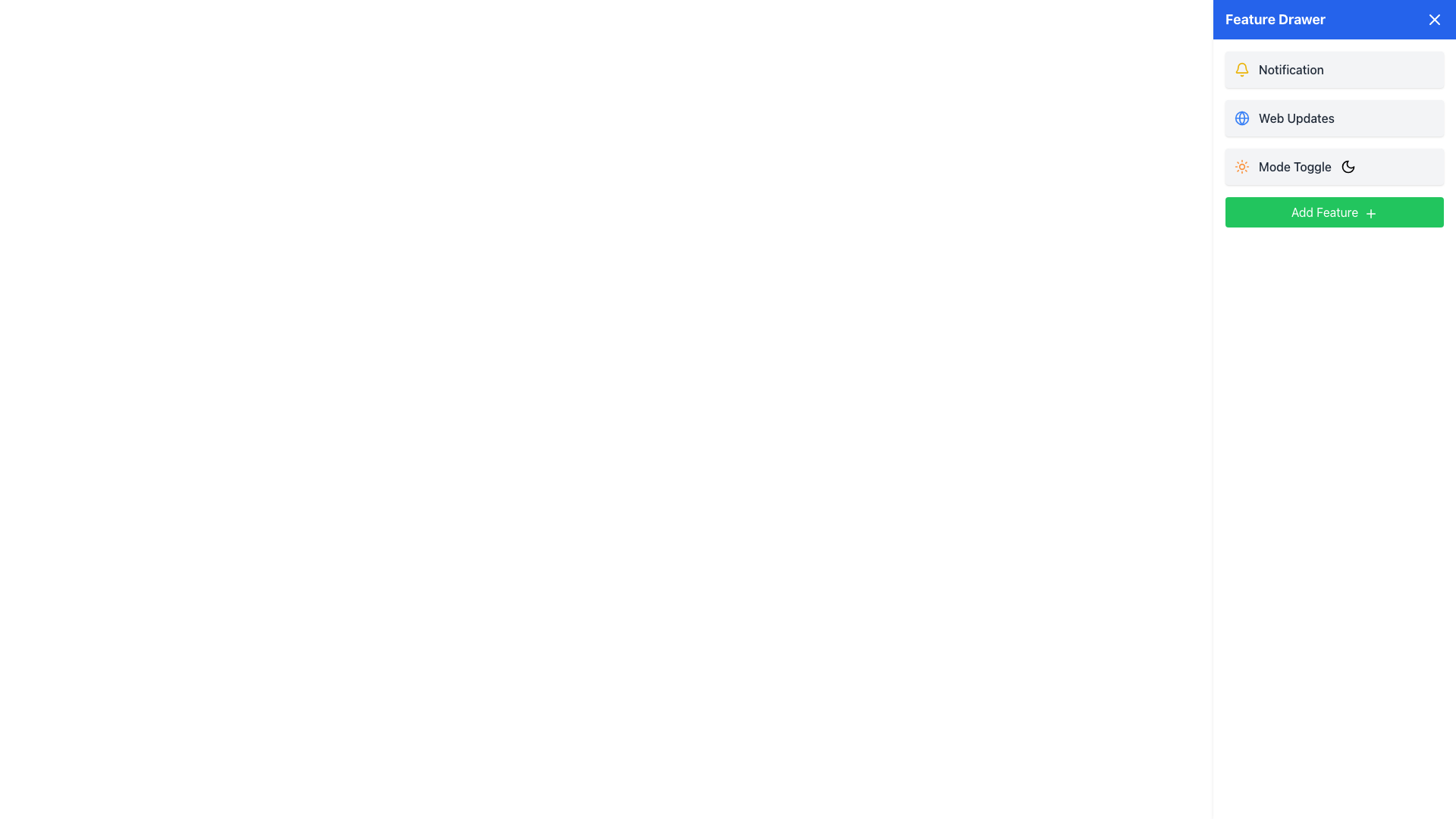  What do you see at coordinates (1241, 70) in the screenshot?
I see `the bell notification icon positioned to the left of the 'Notification' text` at bounding box center [1241, 70].